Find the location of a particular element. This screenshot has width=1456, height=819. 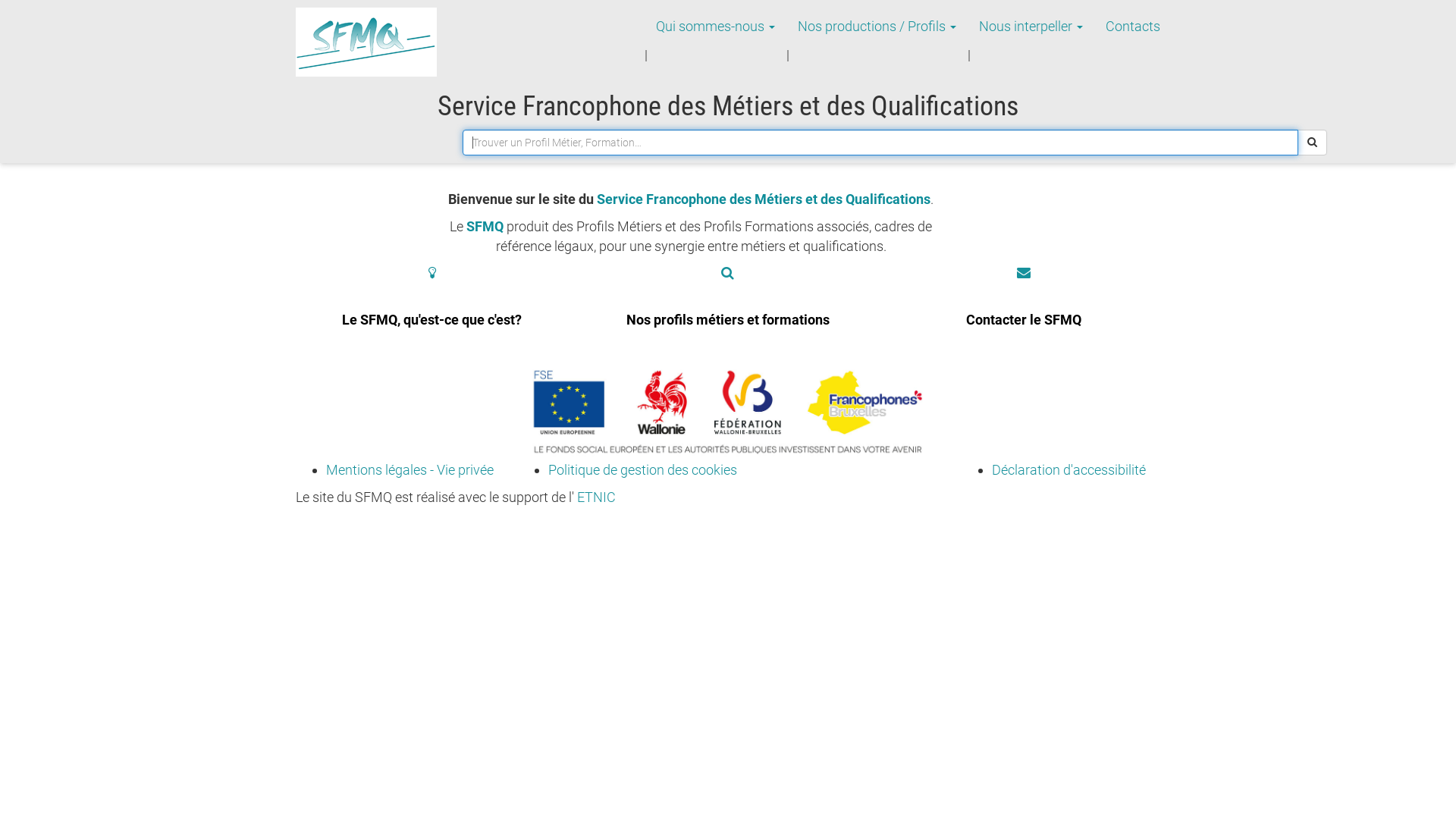

'  Contacter le SFMQ is located at coordinates (1023, 309).